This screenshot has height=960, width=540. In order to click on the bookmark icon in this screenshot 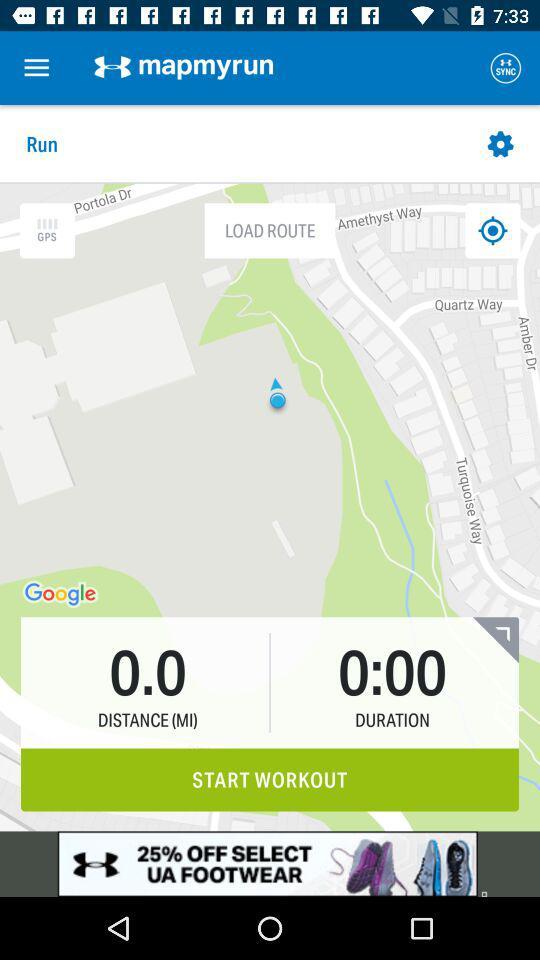, I will do `click(494, 639)`.